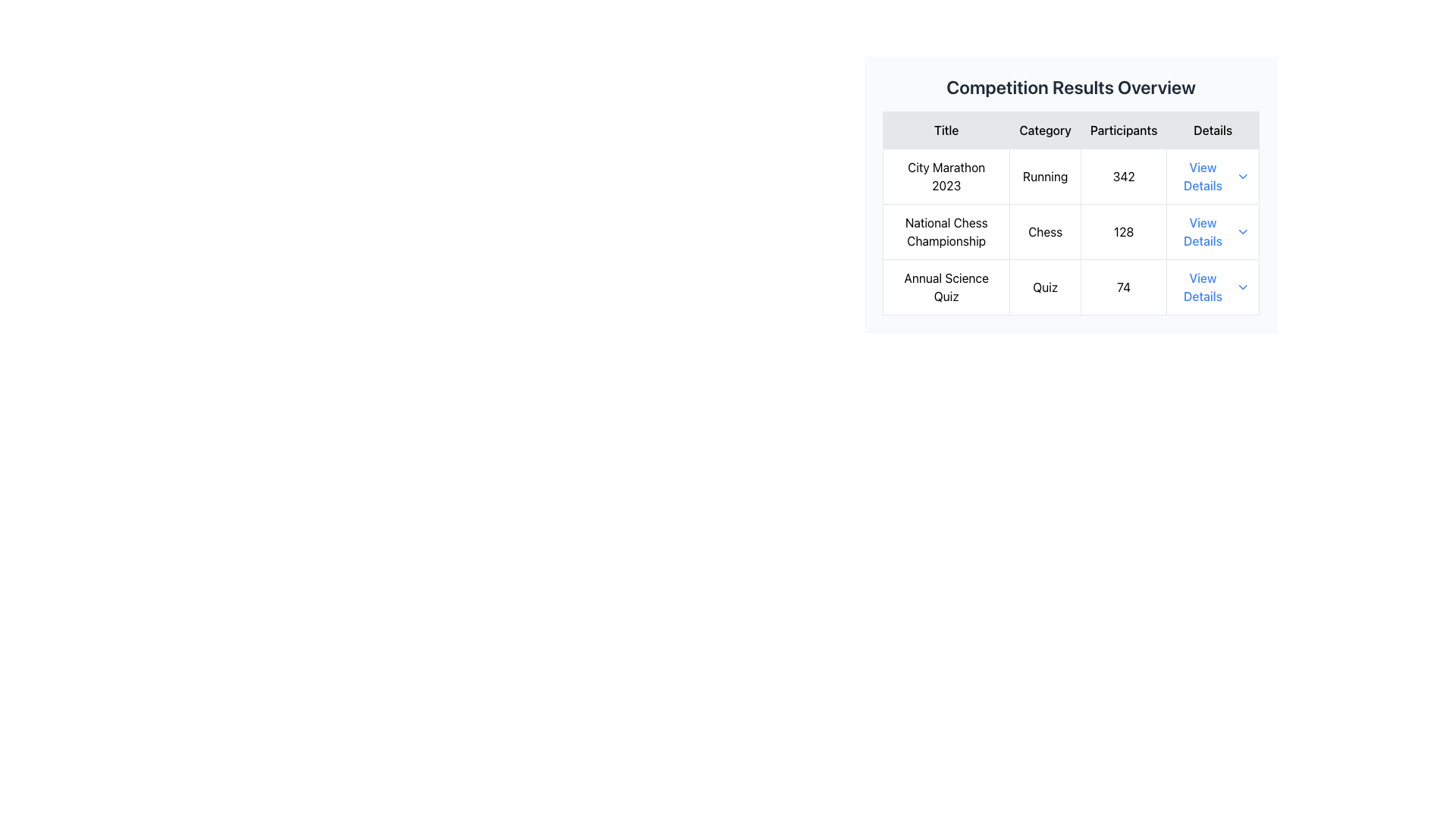 This screenshot has height=819, width=1456. I want to click on the second row of the competition results table for the 'National Chess Championship', so click(1070, 231).